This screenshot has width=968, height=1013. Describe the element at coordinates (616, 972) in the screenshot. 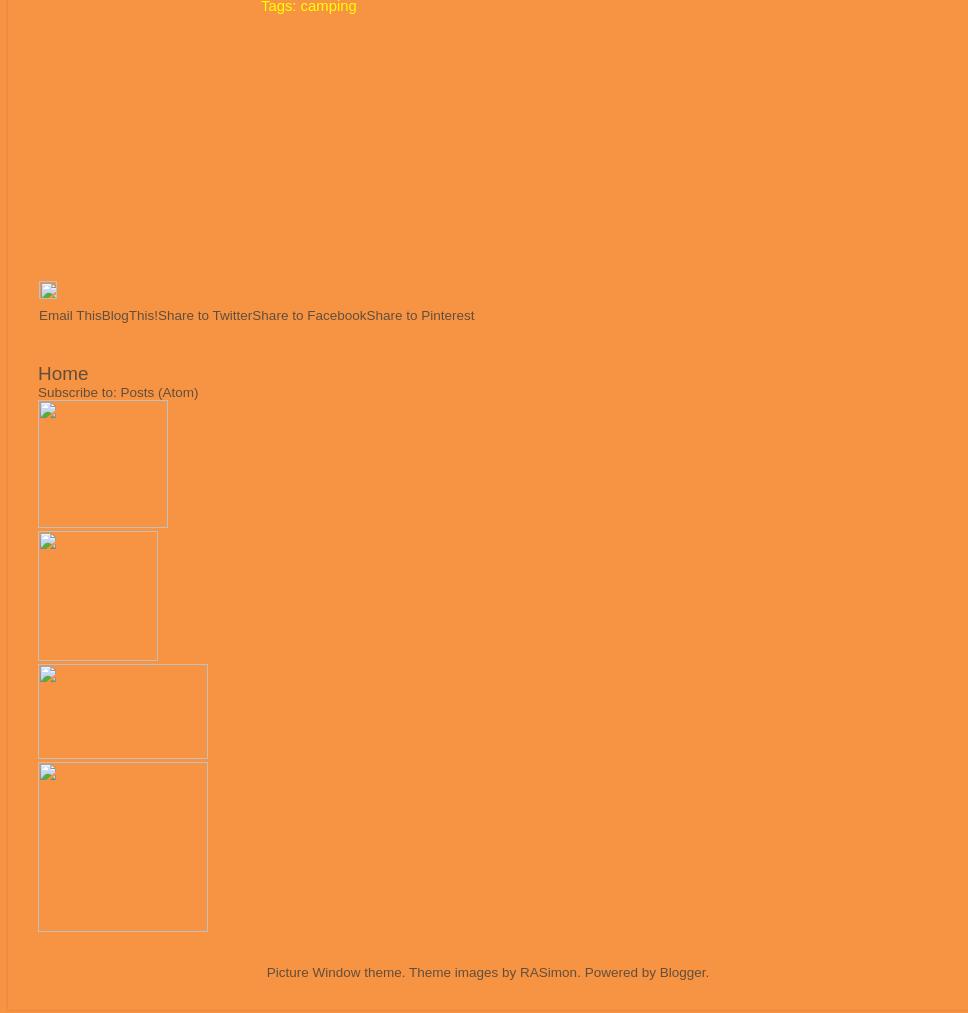

I see `'. Powered by'` at that location.